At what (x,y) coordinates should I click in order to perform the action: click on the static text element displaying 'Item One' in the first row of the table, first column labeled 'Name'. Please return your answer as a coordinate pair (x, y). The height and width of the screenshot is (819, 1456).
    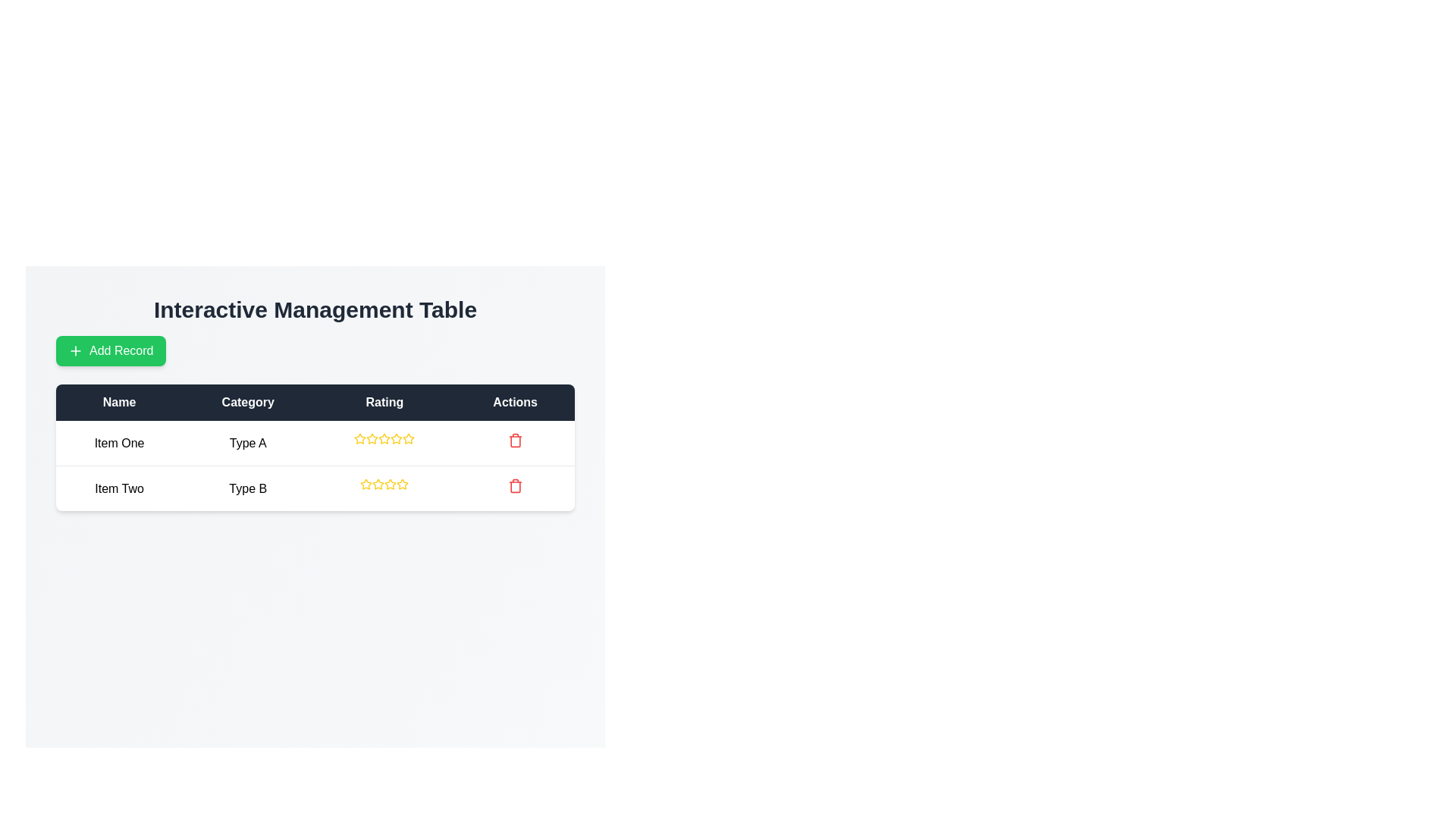
    Looking at the image, I should click on (118, 443).